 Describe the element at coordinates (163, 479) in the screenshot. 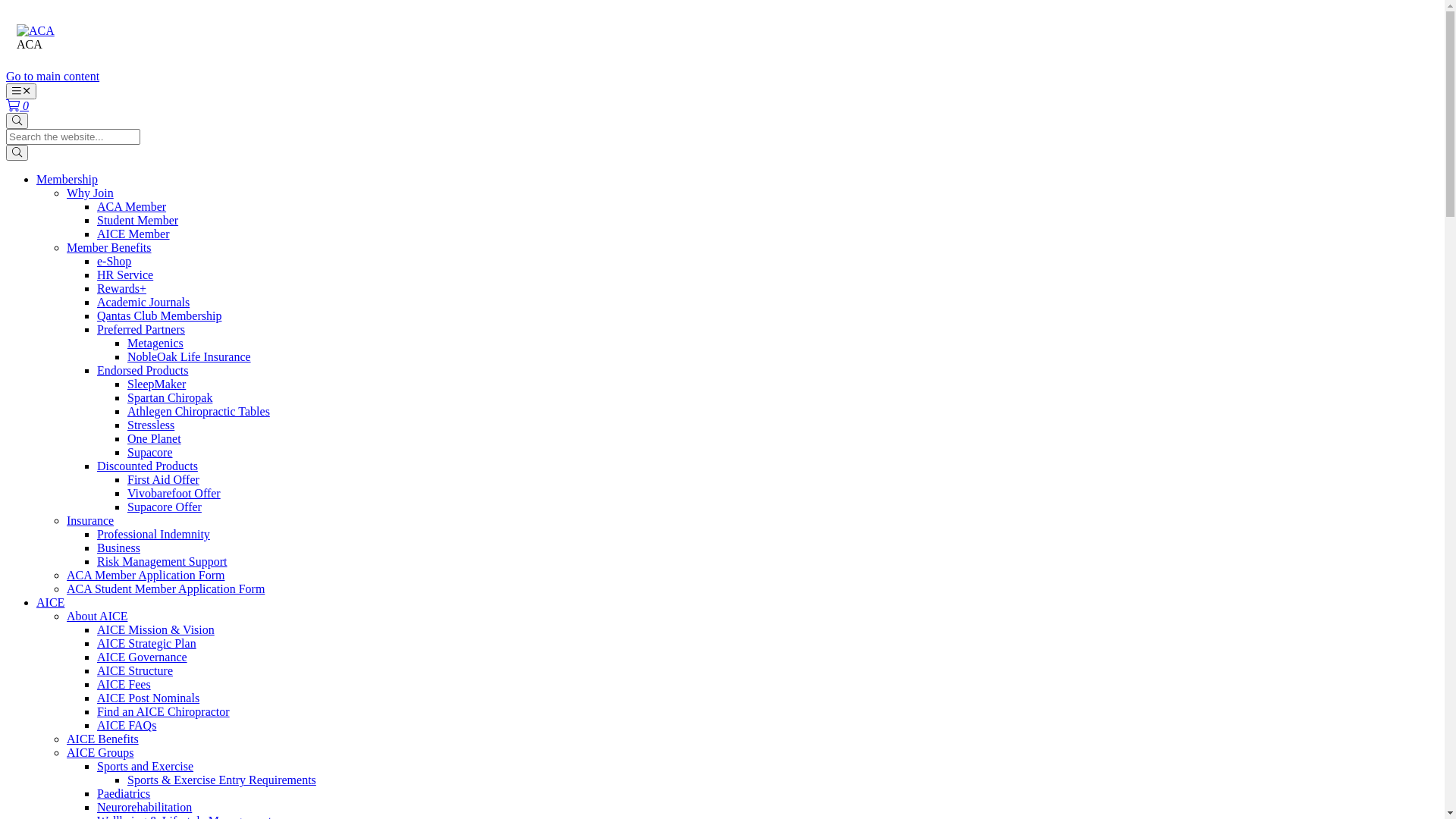

I see `'First Aid Offer'` at that location.